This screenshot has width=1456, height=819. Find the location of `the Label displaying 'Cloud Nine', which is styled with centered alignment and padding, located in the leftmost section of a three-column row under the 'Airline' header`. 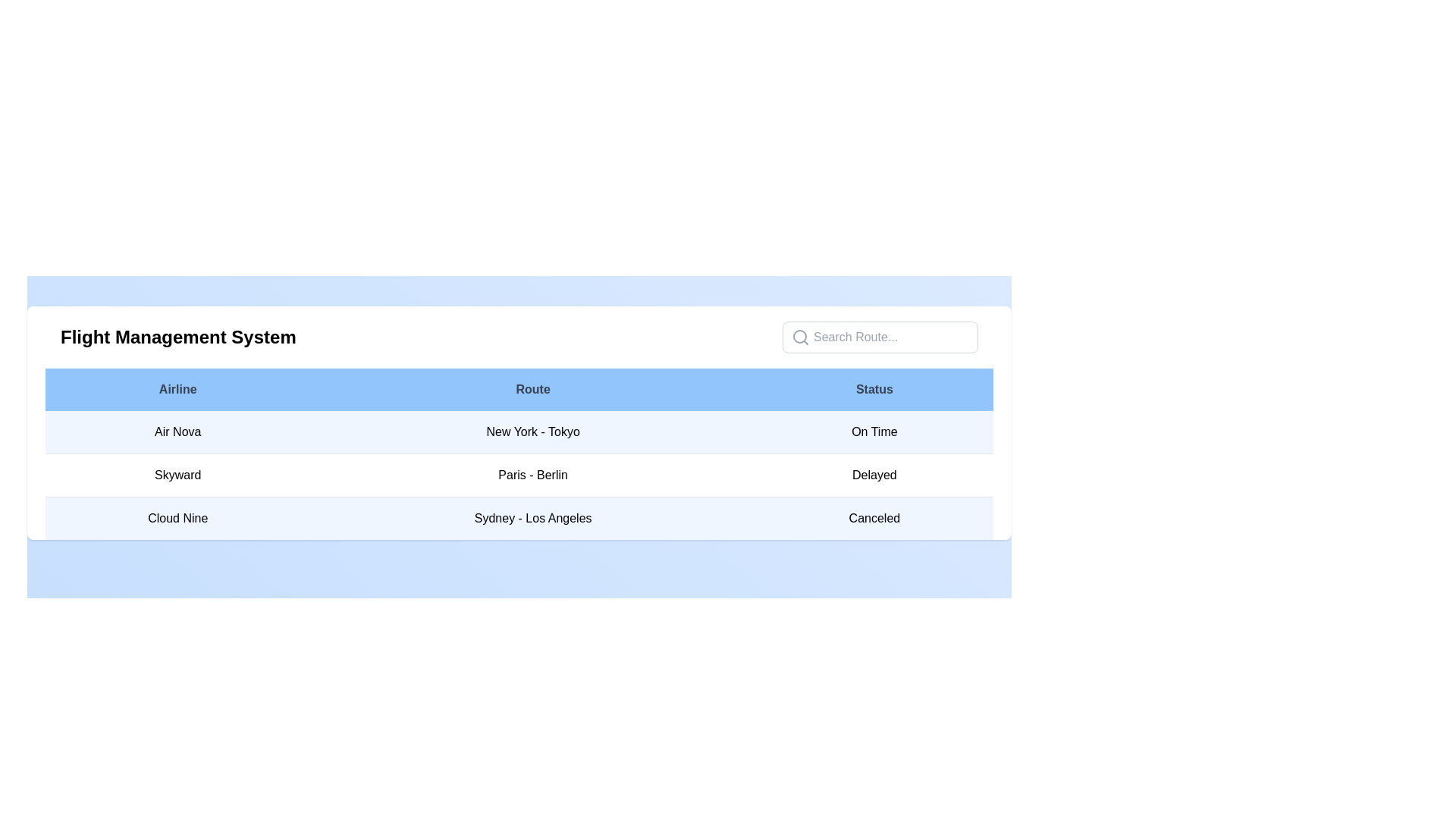

the Label displaying 'Cloud Nine', which is styled with centered alignment and padding, located in the leftmost section of a three-column row under the 'Airline' header is located at coordinates (177, 517).